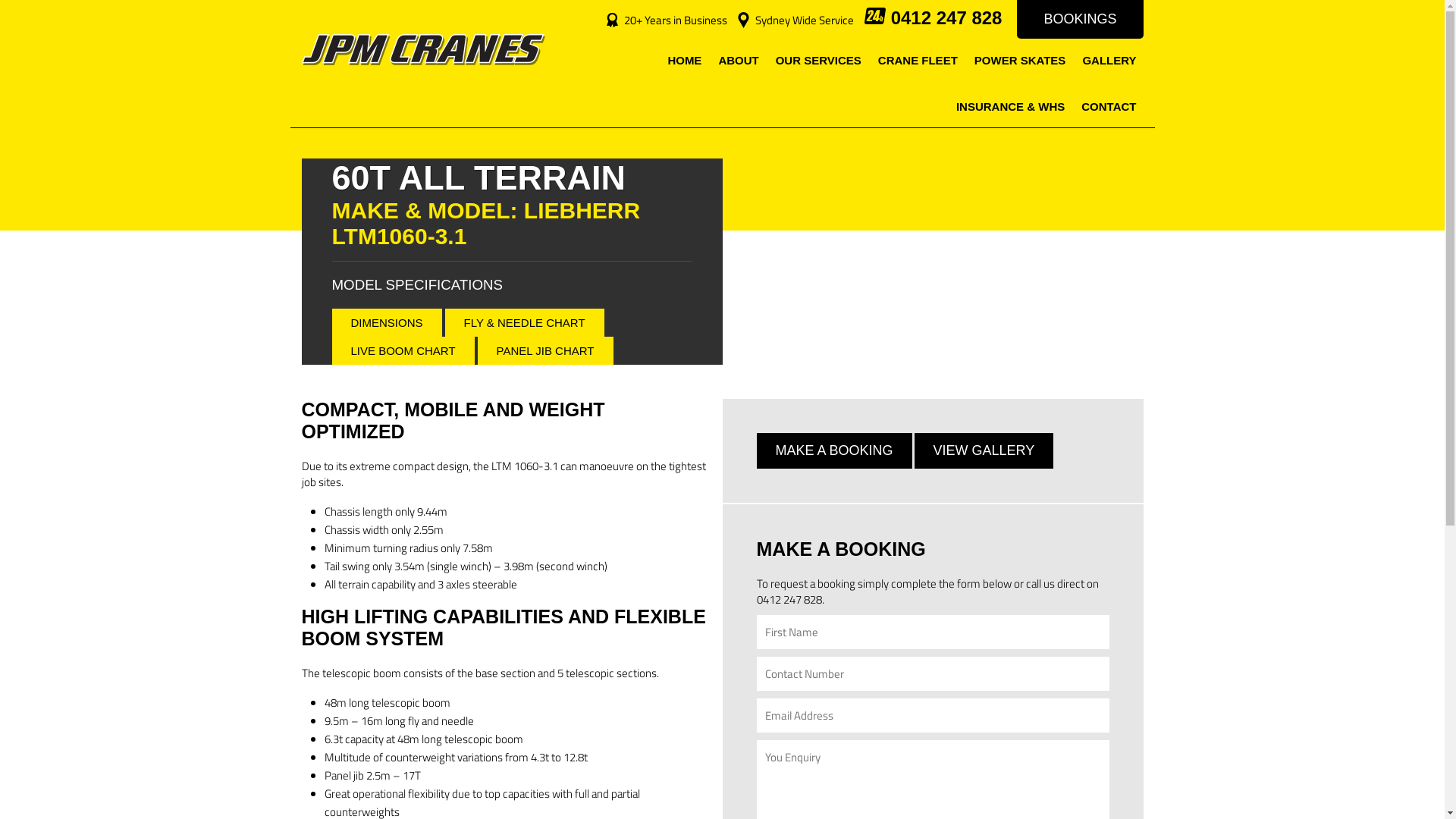 The image size is (1456, 819). I want to click on 'GALLERY', so click(1074, 61).